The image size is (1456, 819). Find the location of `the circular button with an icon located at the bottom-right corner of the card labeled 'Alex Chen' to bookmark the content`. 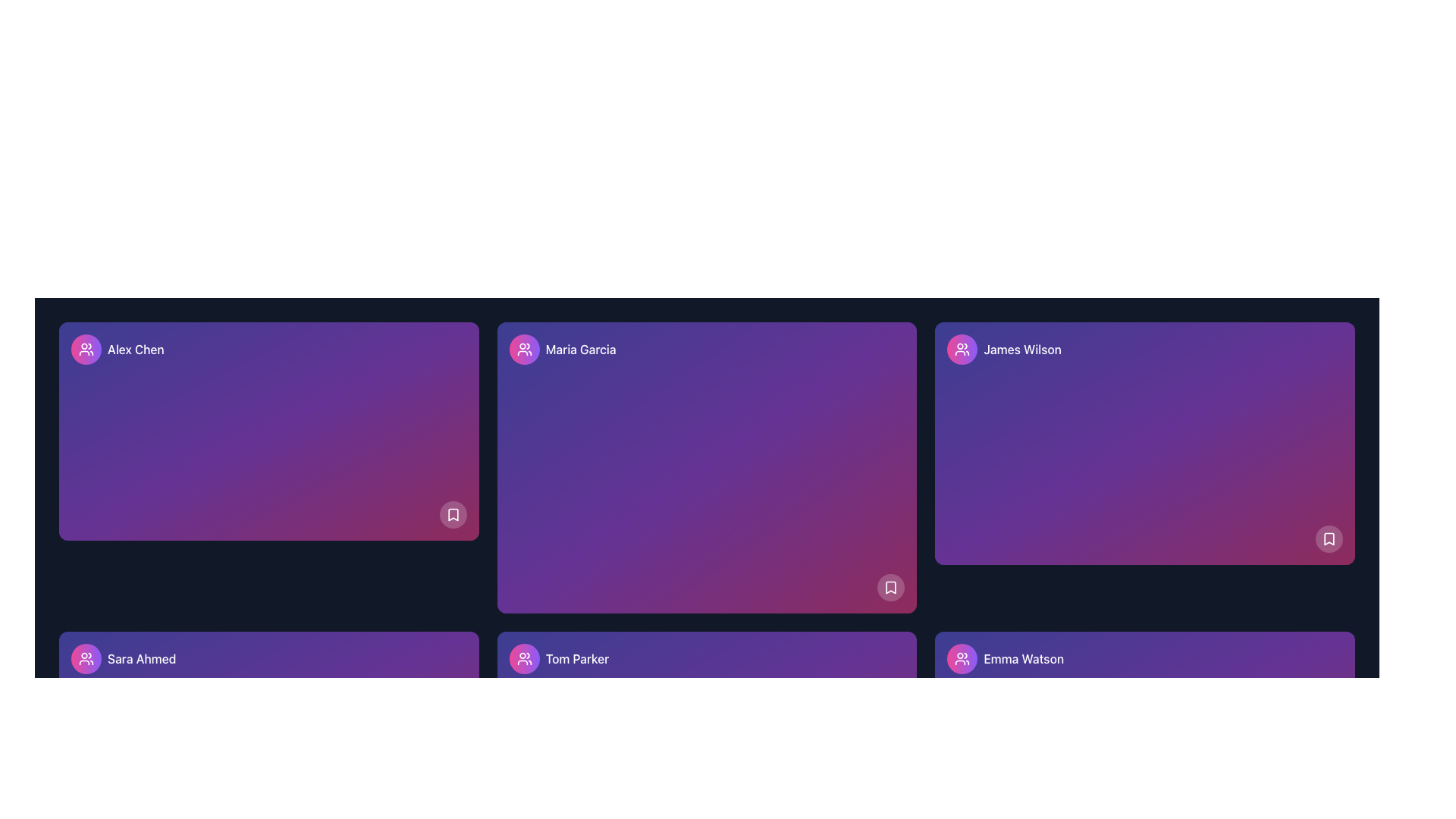

the circular button with an icon located at the bottom-right corner of the card labeled 'Alex Chen' to bookmark the content is located at coordinates (452, 513).